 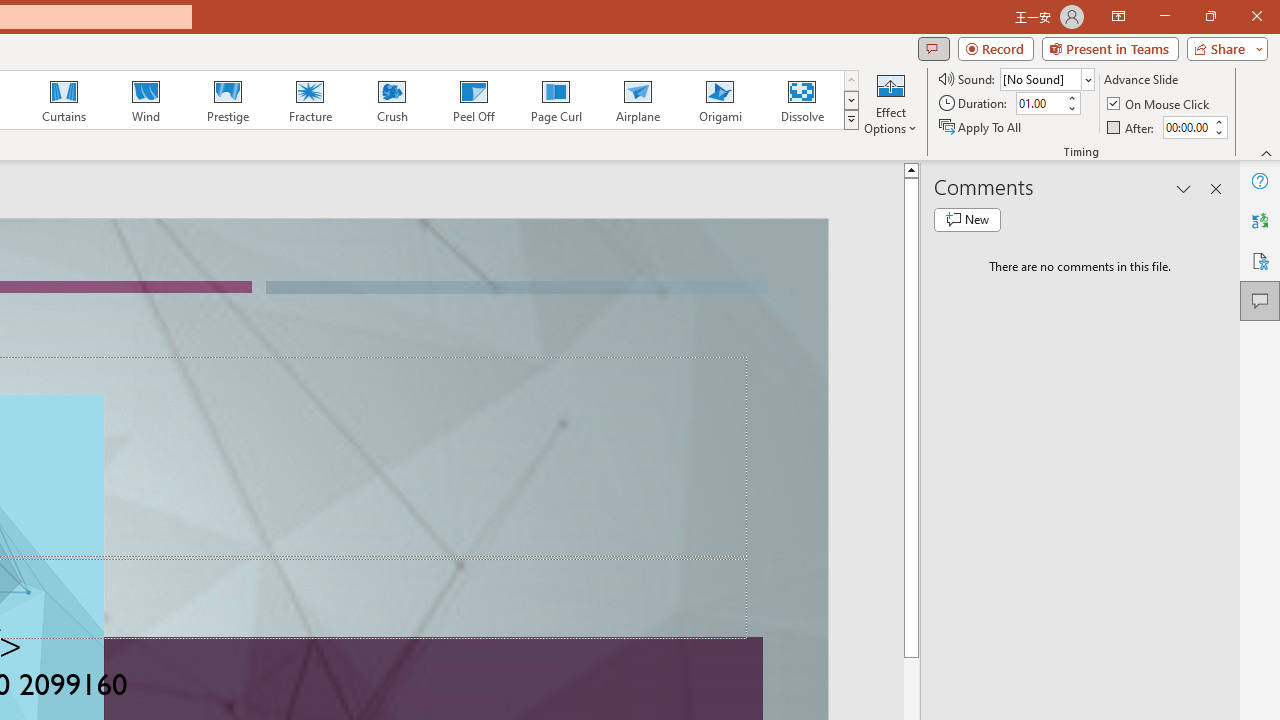 What do you see at coordinates (1159, 103) in the screenshot?
I see `'On Mouse Click'` at bounding box center [1159, 103].